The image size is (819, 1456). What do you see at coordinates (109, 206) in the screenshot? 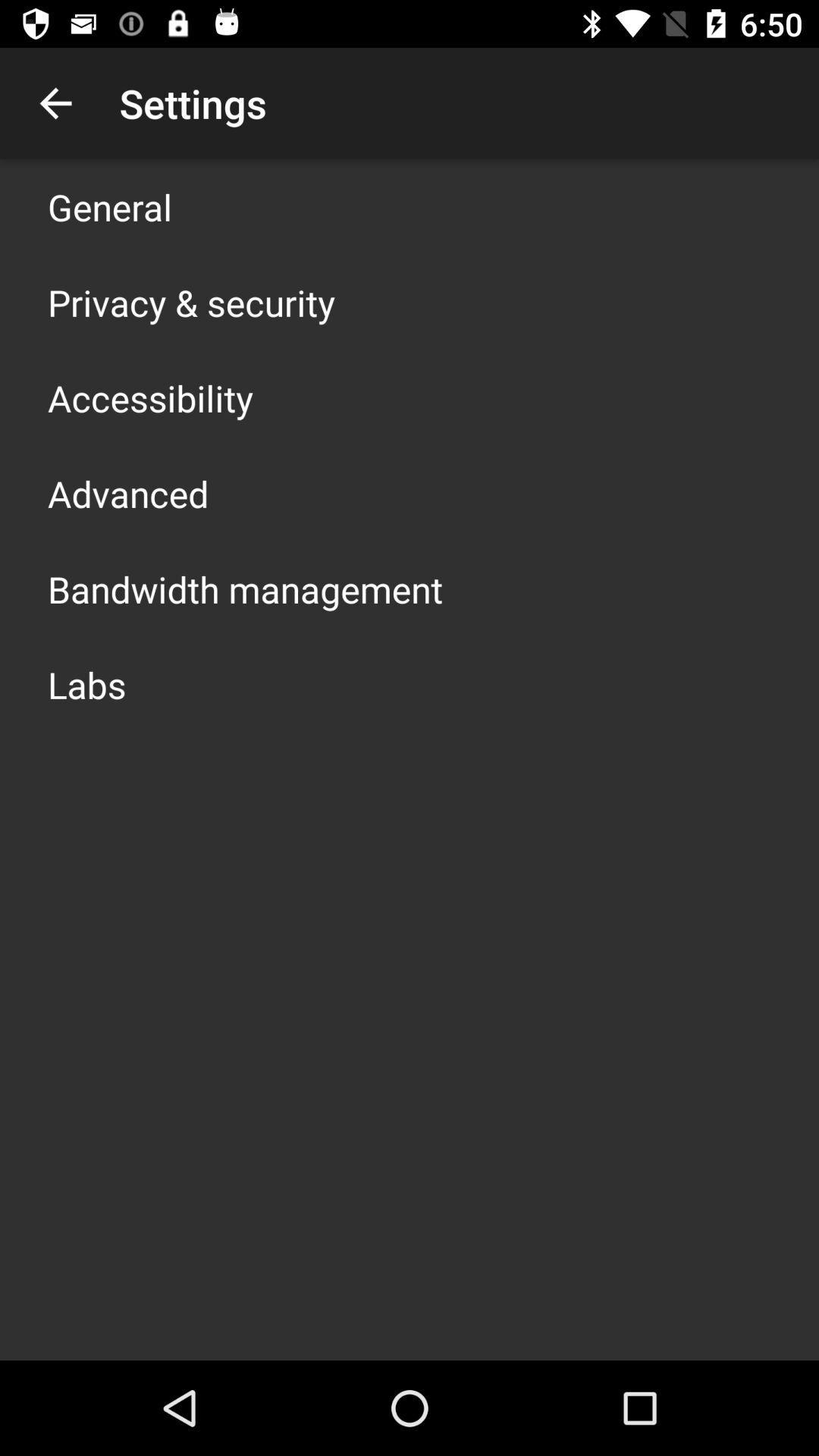
I see `the item above privacy & security icon` at bounding box center [109, 206].